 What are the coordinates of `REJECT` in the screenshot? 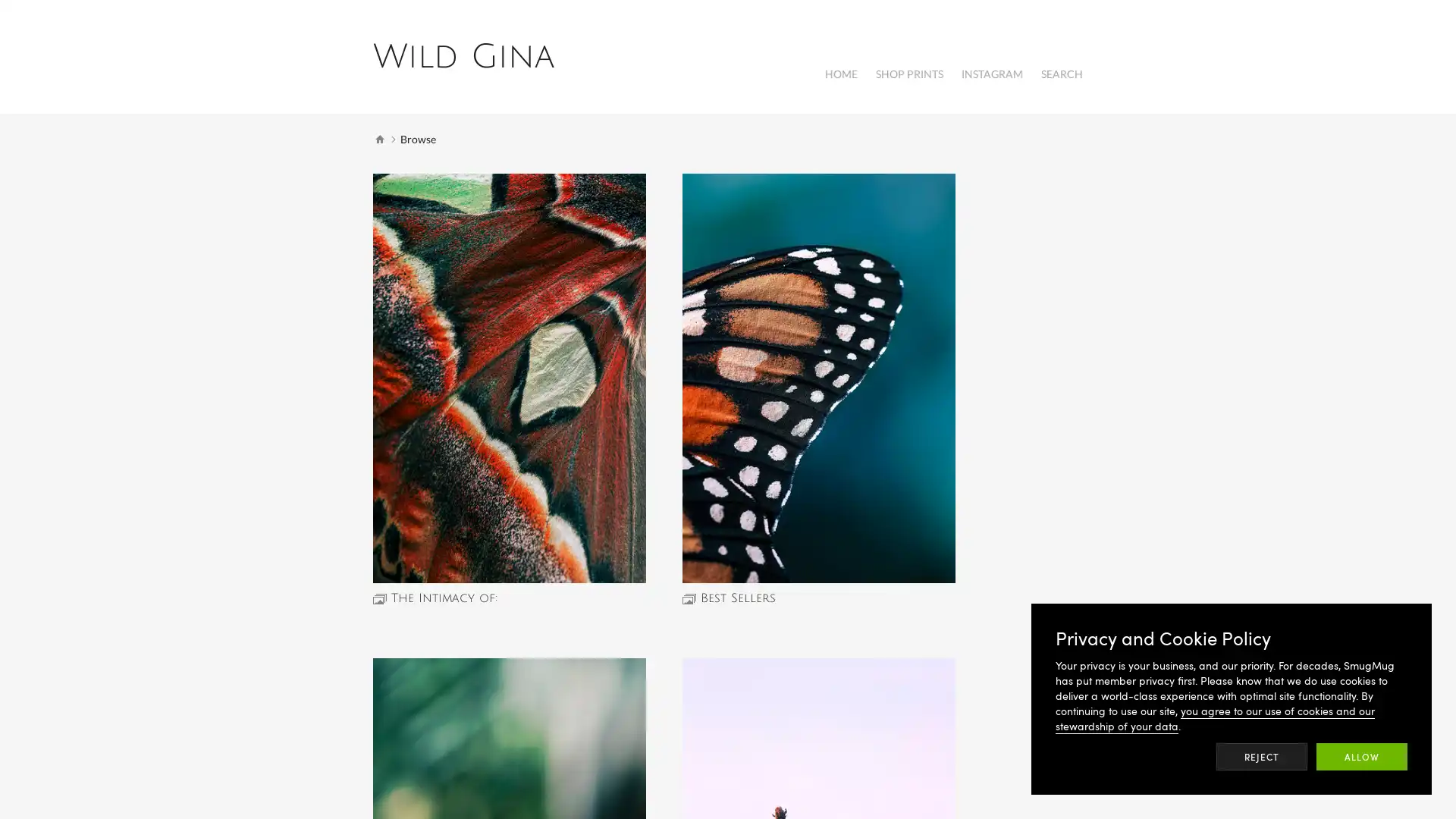 It's located at (1262, 757).